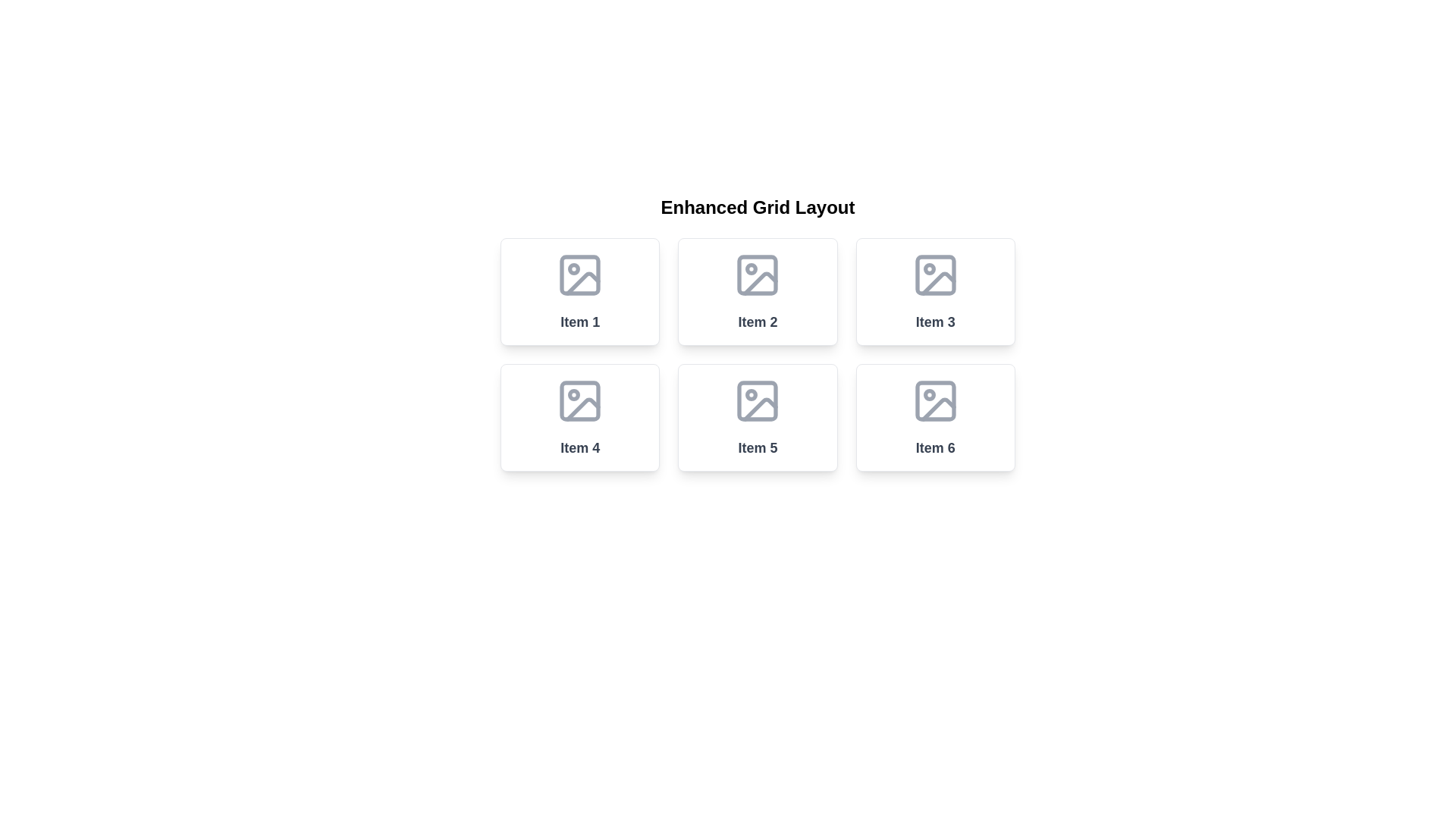 The height and width of the screenshot is (819, 1456). I want to click on the 'Item 5' button-like interactive card from its current position in the grid, so click(758, 418).